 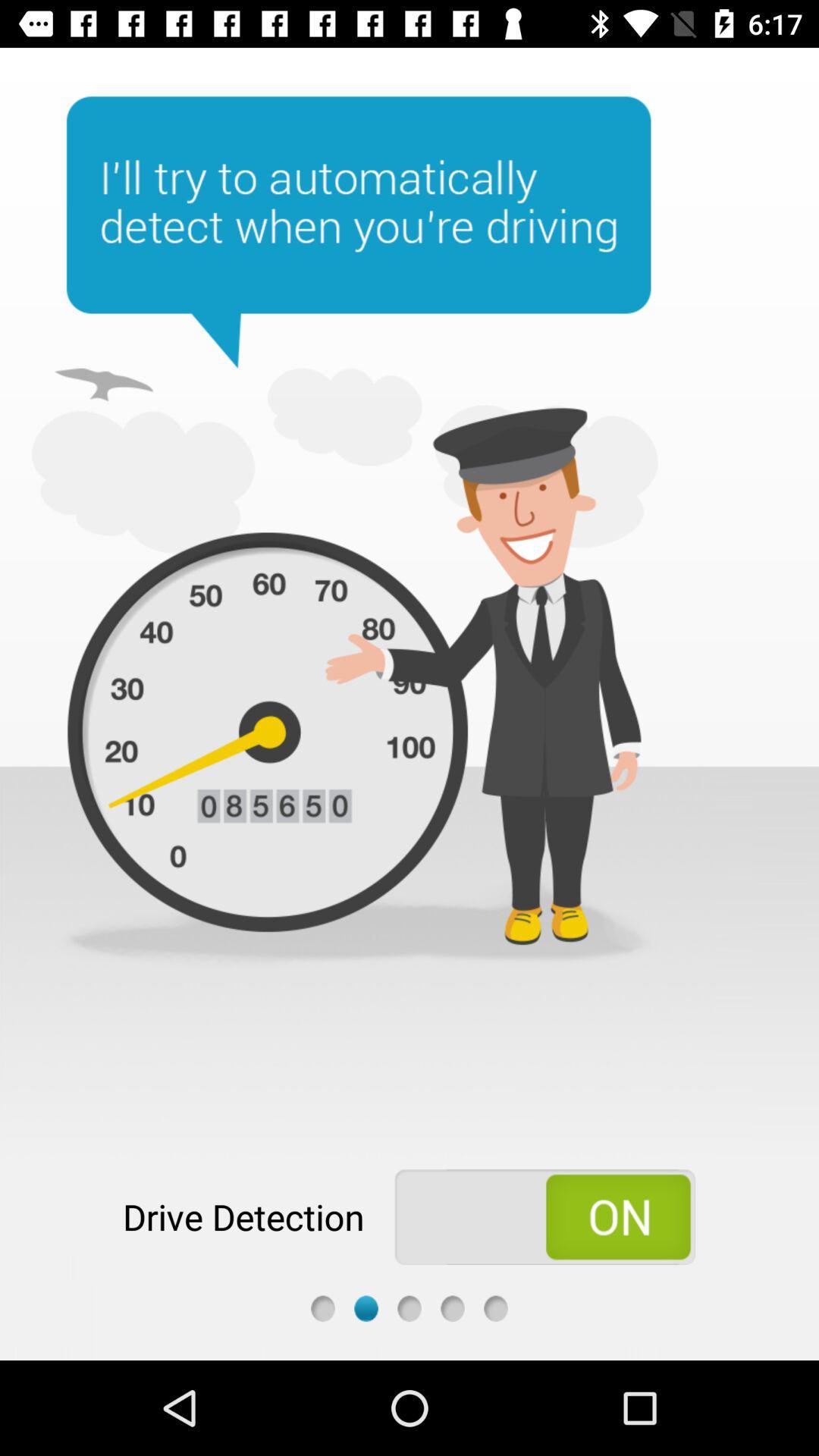 I want to click on fifth step, so click(x=496, y=1307).